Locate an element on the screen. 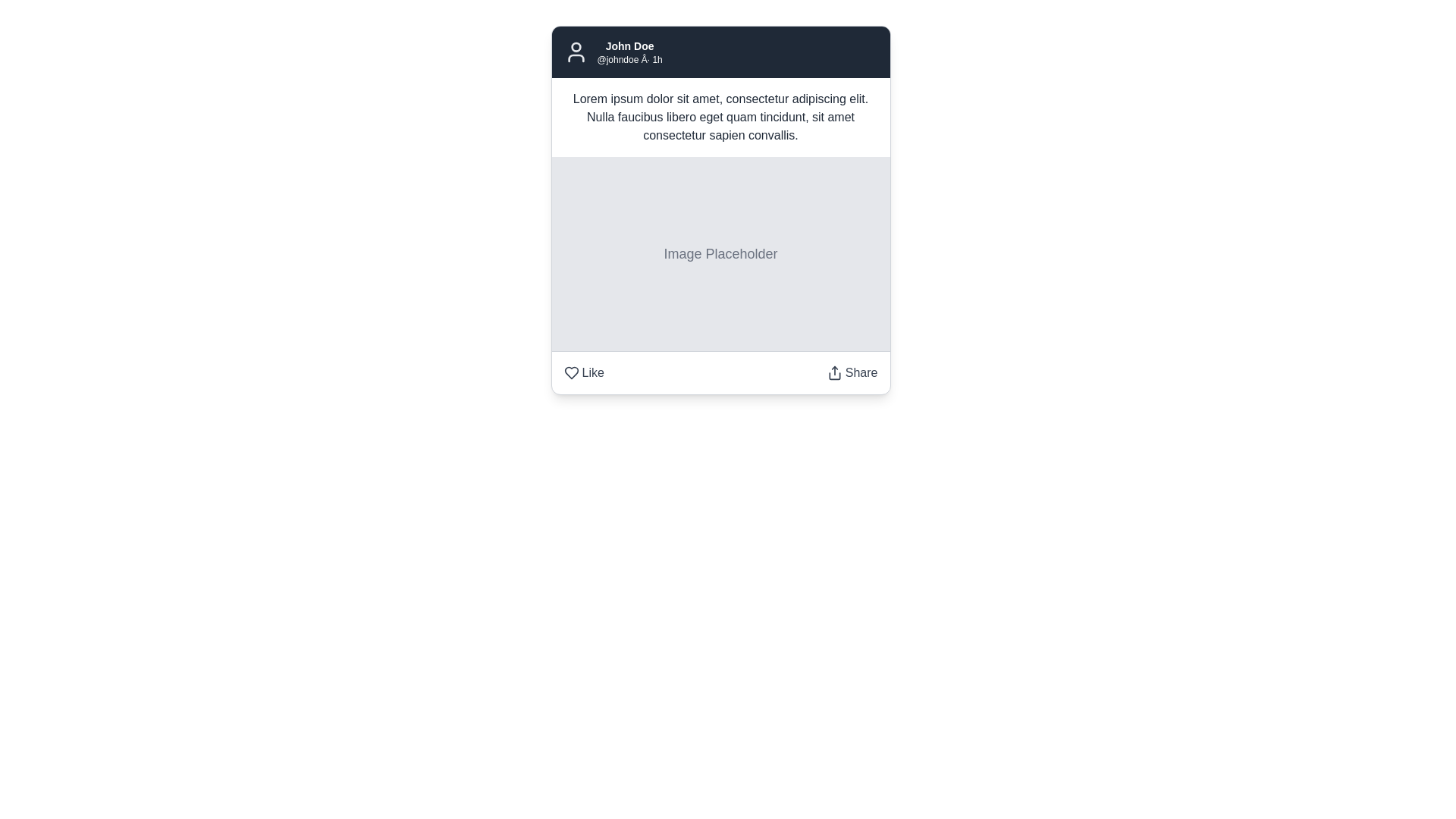 This screenshot has width=1456, height=819. the heart-shaped icon with a hollow center located next to the text 'Like' is located at coordinates (570, 373).